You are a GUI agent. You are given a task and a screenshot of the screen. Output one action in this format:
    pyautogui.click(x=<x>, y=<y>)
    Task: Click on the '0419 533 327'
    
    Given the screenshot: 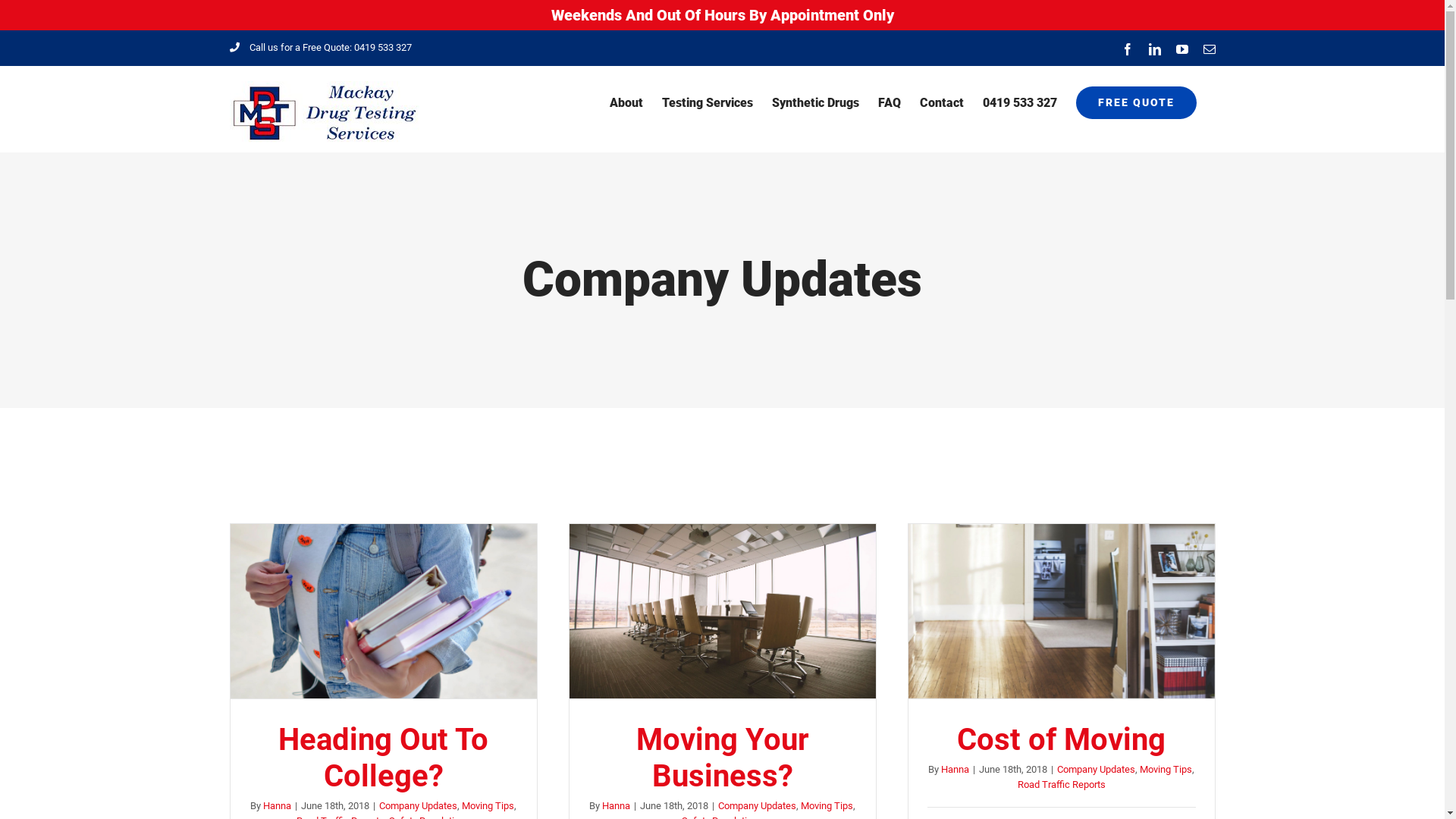 What is the action you would take?
    pyautogui.click(x=1019, y=102)
    